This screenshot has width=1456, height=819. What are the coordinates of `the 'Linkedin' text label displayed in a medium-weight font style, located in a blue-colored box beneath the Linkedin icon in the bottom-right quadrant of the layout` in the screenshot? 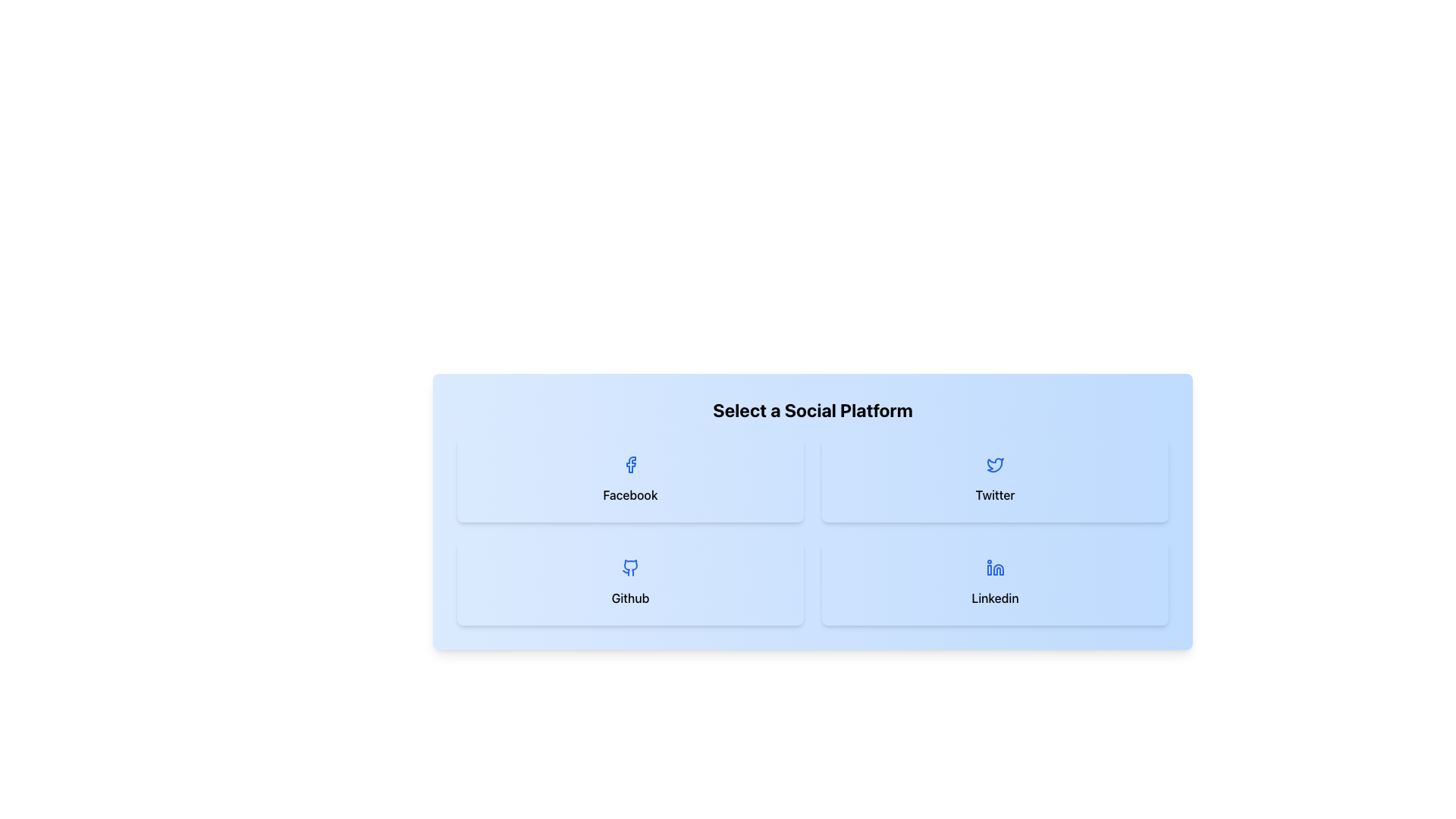 It's located at (995, 598).